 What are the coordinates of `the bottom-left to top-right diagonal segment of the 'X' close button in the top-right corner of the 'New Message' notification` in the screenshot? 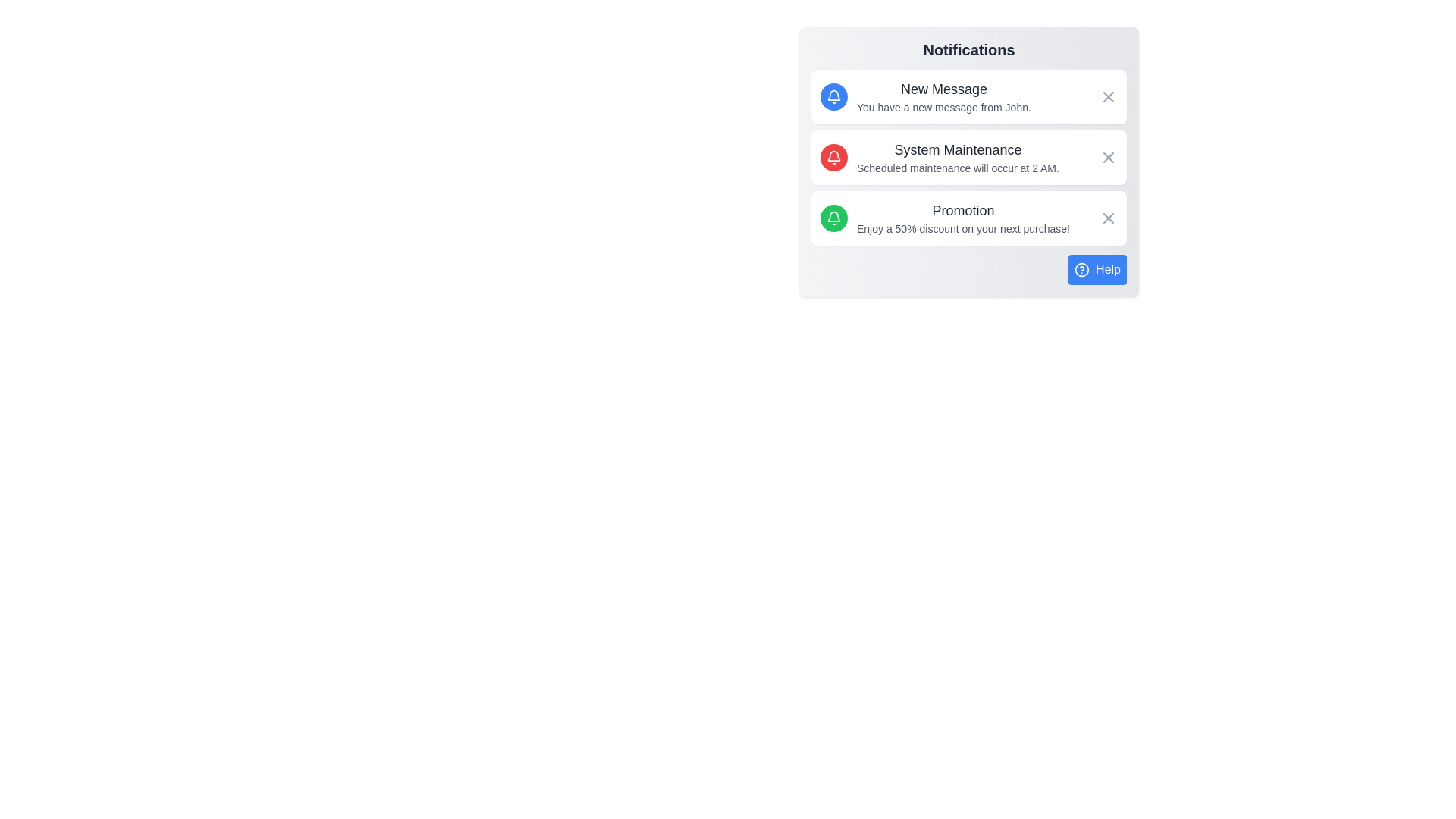 It's located at (1109, 96).